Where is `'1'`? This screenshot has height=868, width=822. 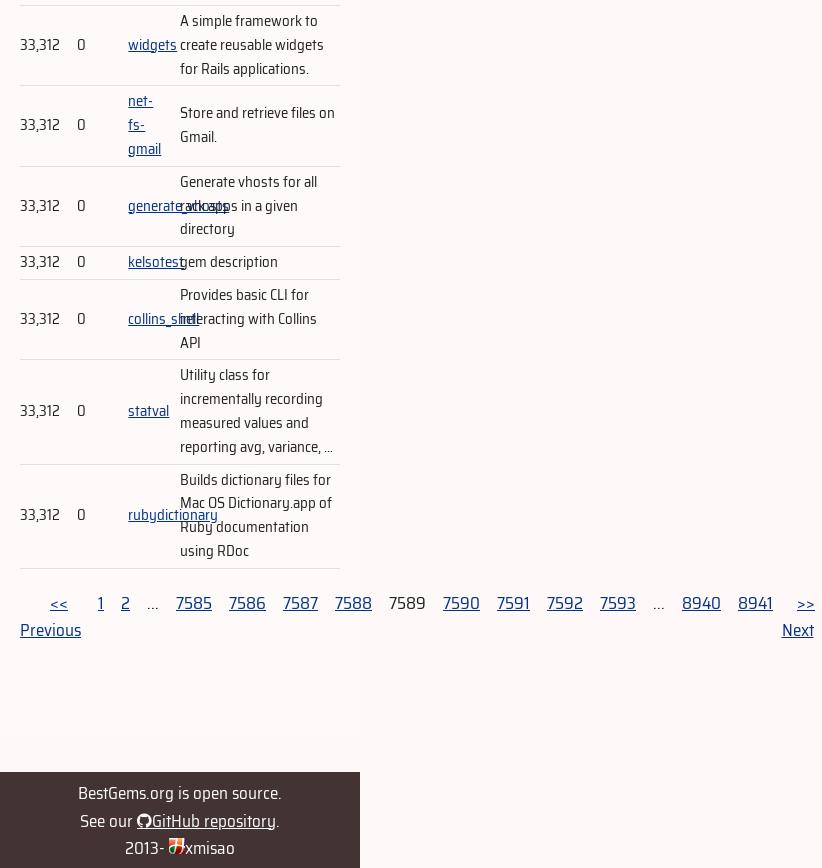 '1' is located at coordinates (100, 601).